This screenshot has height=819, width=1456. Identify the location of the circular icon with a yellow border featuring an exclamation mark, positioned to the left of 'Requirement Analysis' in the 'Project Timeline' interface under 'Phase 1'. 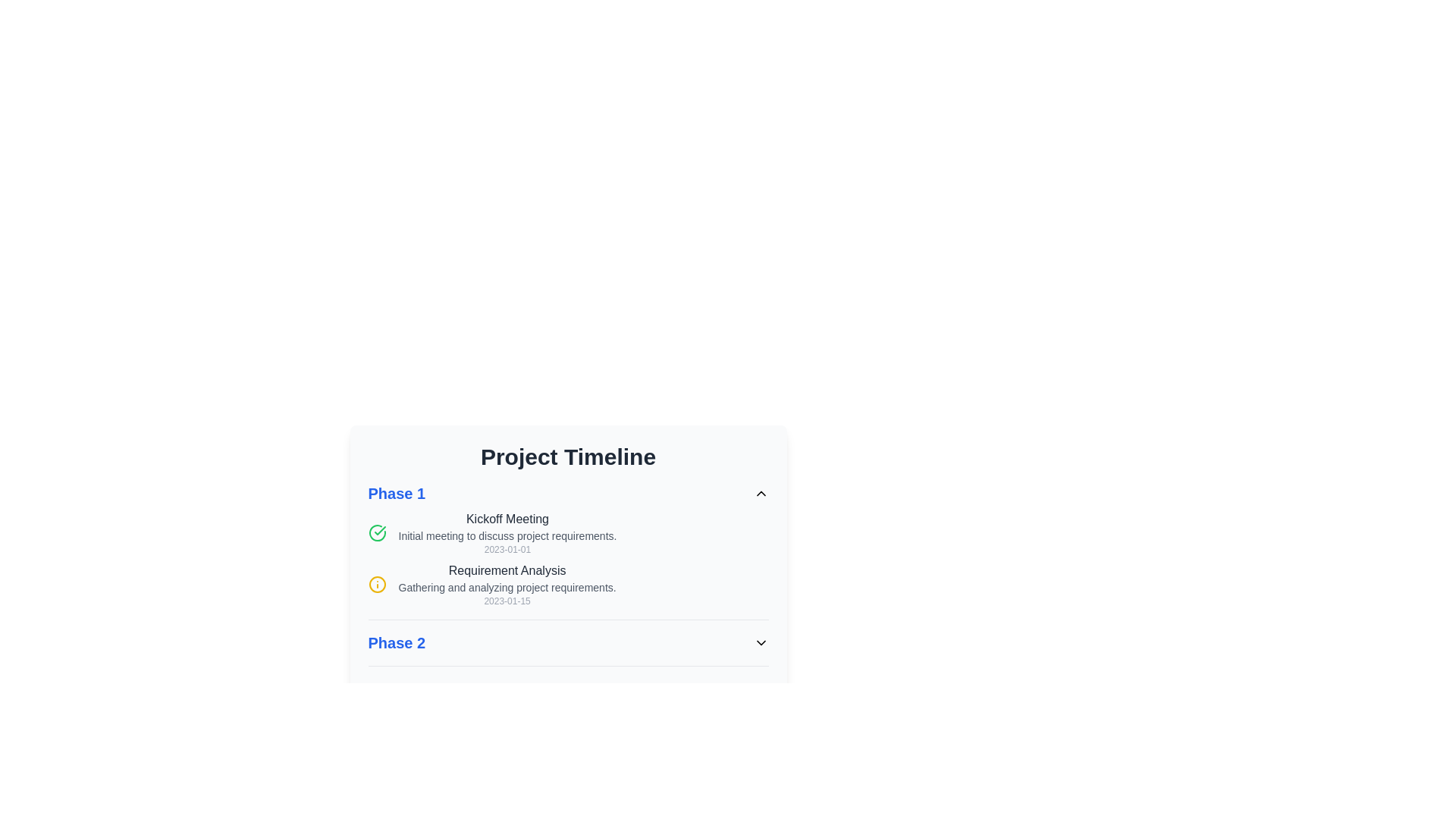
(377, 584).